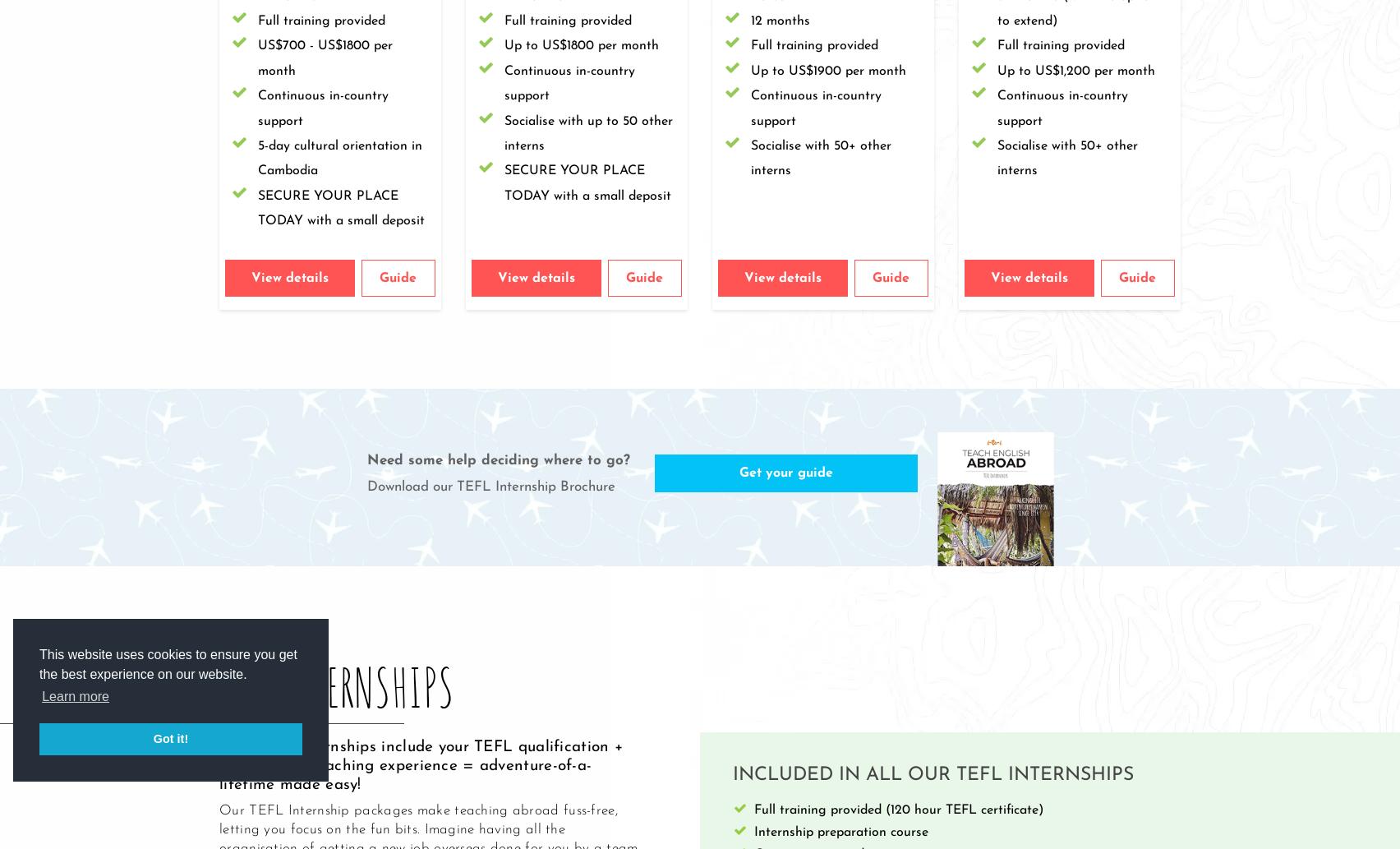 The image size is (1400, 849). Describe the element at coordinates (329, 685) in the screenshot. I see `'TEFL INTERNSHIPS'` at that location.